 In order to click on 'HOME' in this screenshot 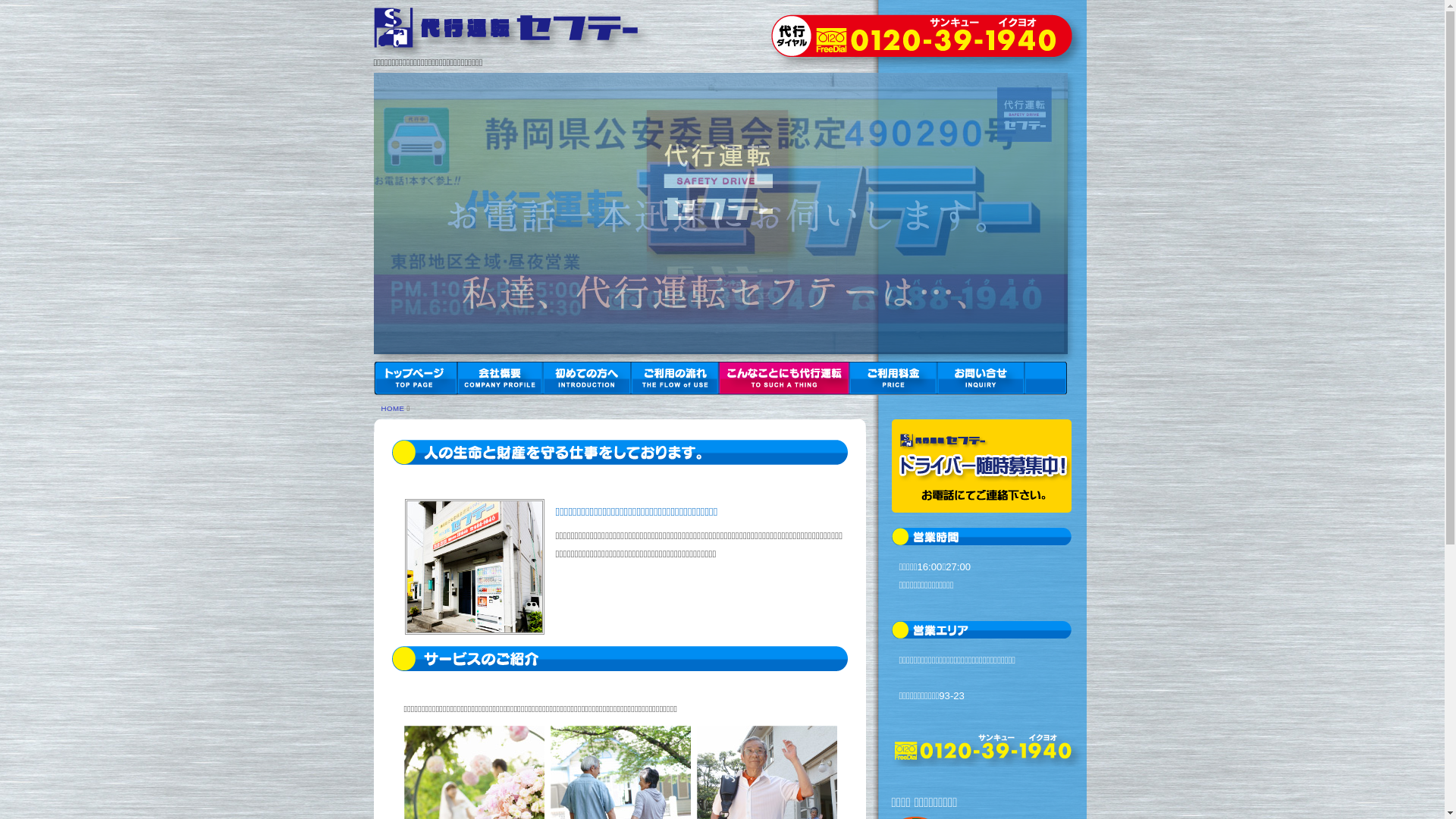, I will do `click(392, 407)`.